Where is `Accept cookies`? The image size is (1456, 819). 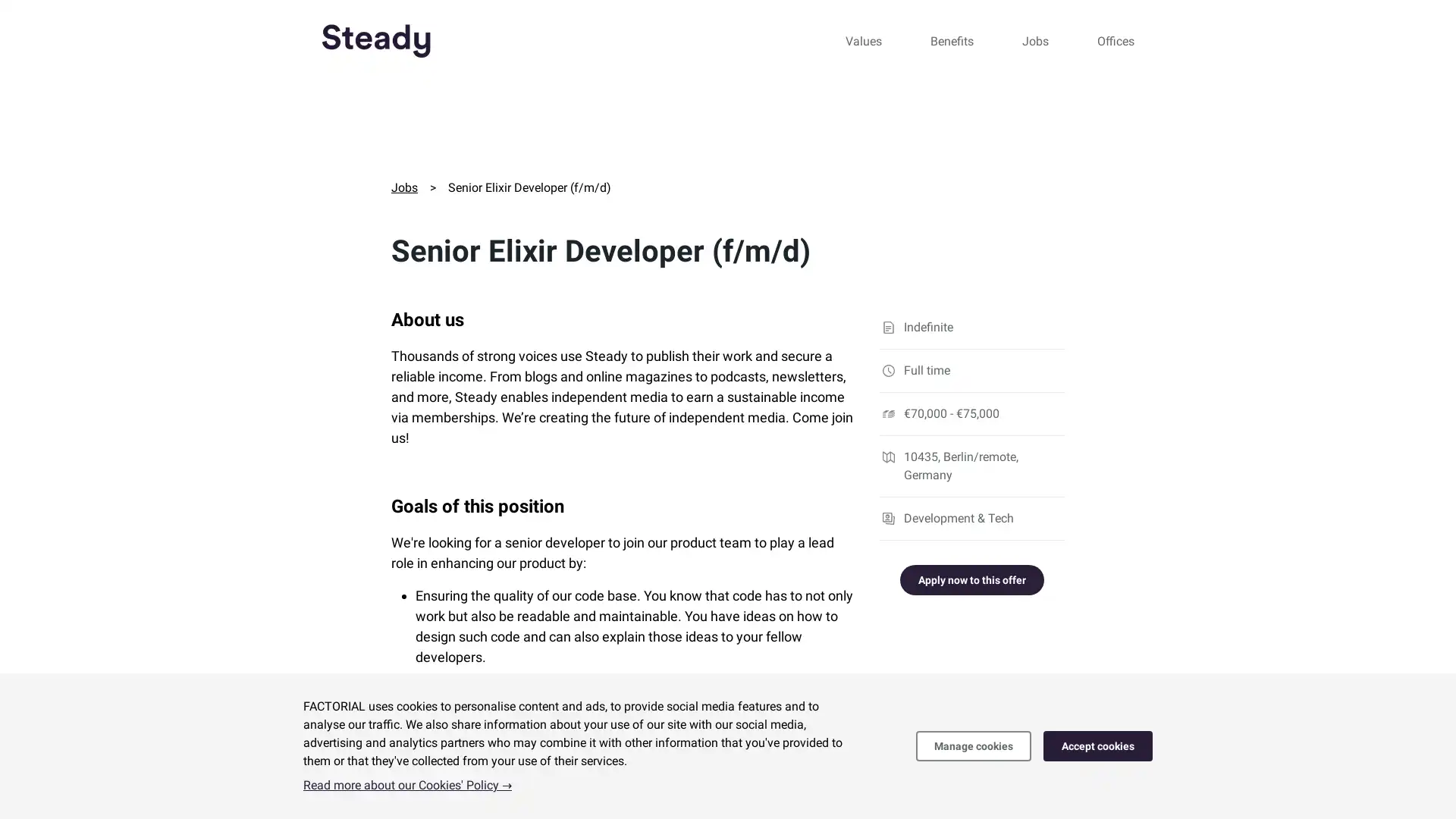
Accept cookies is located at coordinates (1098, 745).